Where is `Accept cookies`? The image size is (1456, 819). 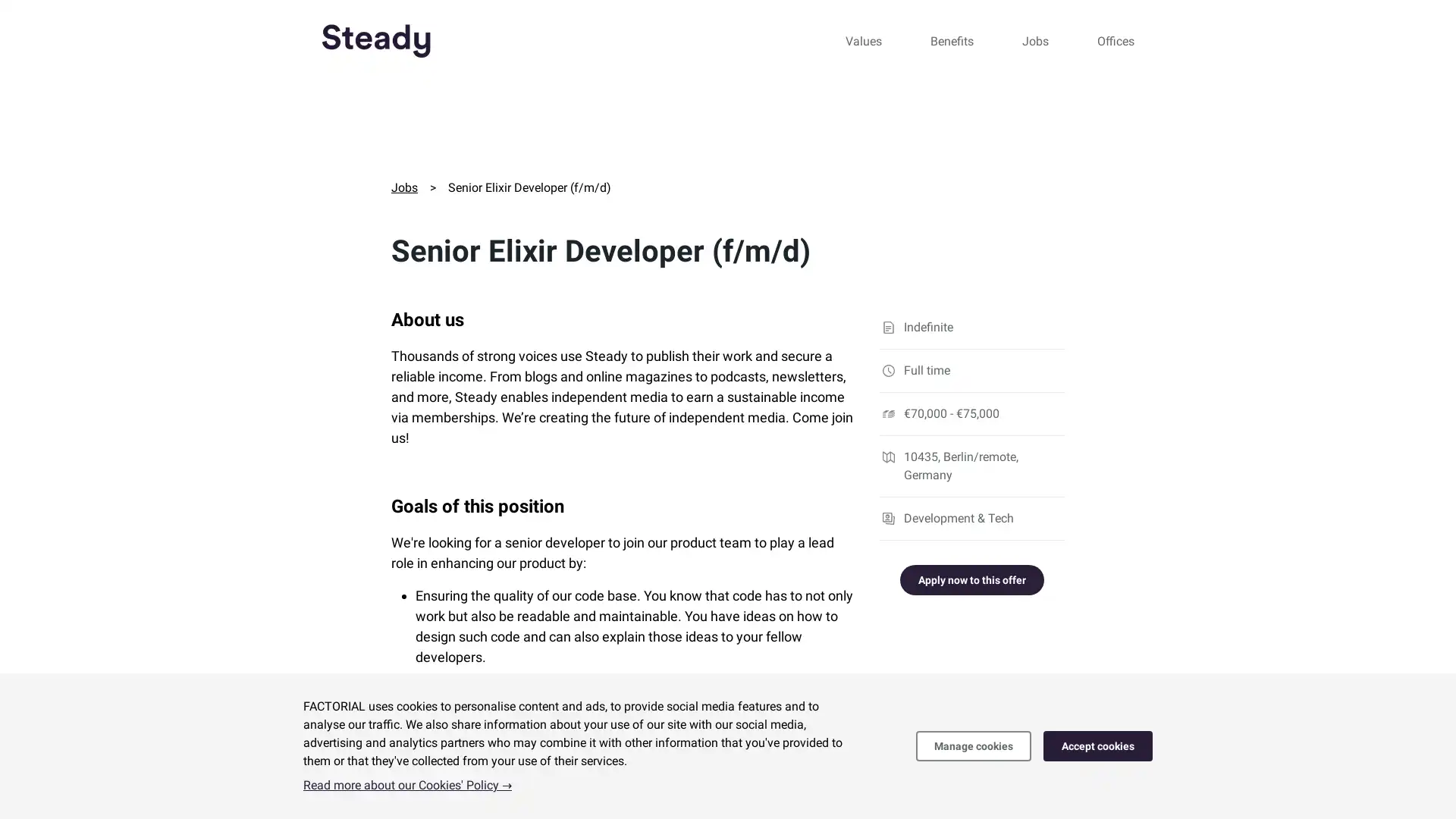
Accept cookies is located at coordinates (1098, 745).